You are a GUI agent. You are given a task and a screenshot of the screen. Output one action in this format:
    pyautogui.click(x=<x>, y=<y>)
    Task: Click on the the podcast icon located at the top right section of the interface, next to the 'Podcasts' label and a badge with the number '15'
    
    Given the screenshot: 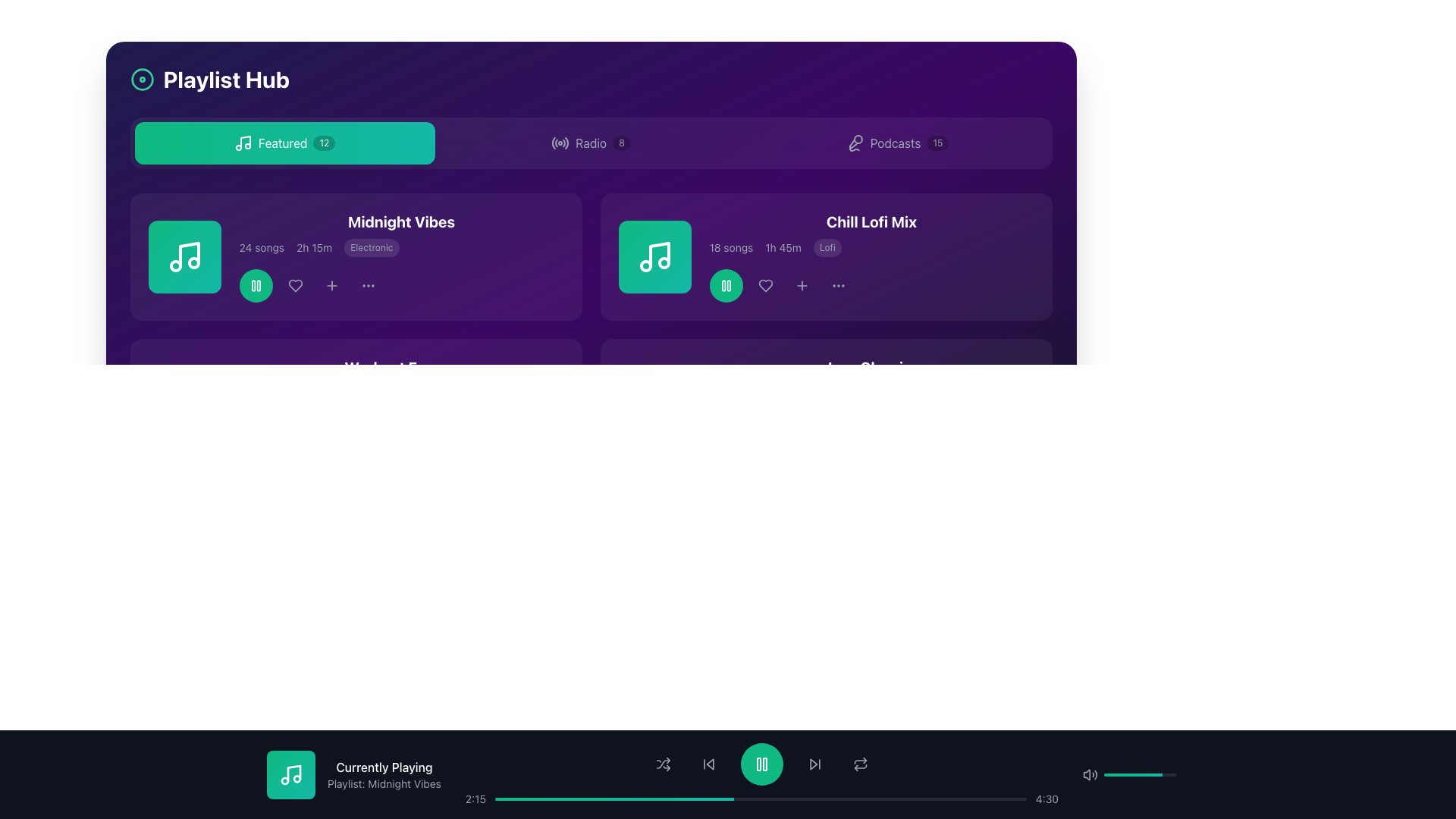 What is the action you would take?
    pyautogui.click(x=855, y=143)
    